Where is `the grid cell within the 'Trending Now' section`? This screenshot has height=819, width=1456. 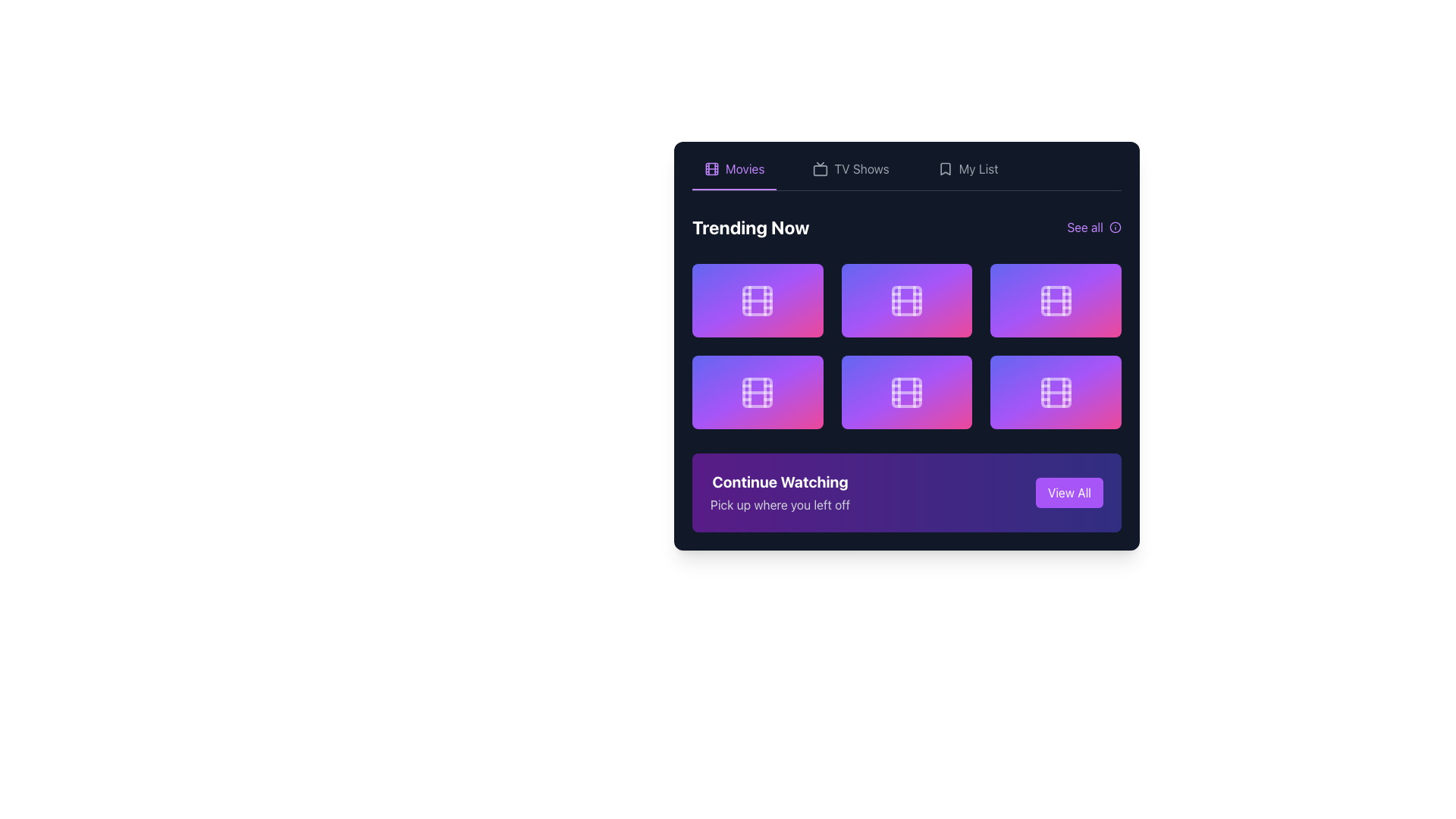 the grid cell within the 'Trending Now' section is located at coordinates (906, 346).